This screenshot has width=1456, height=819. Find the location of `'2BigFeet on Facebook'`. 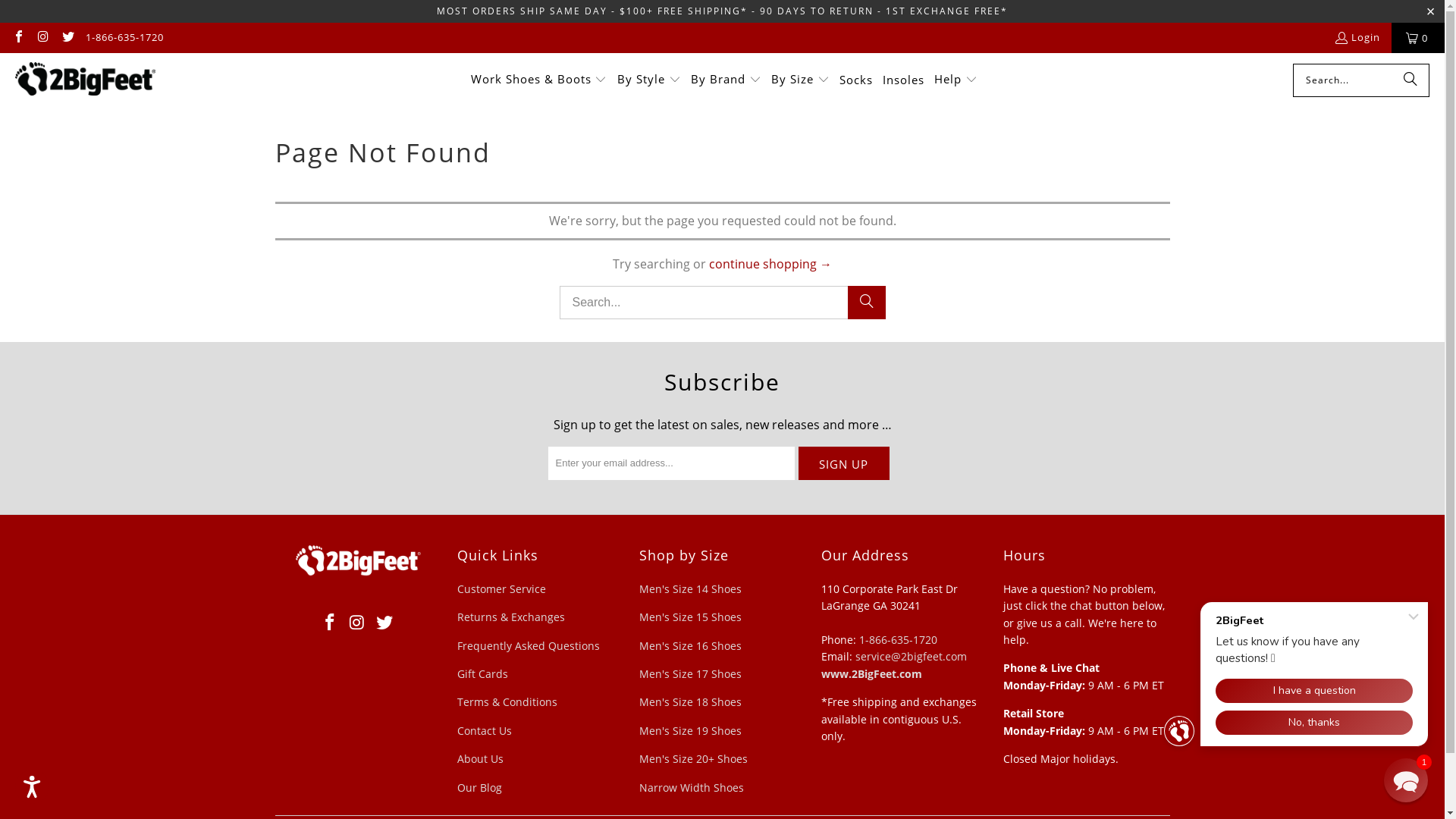

'2BigFeet on Facebook' is located at coordinates (11, 37).